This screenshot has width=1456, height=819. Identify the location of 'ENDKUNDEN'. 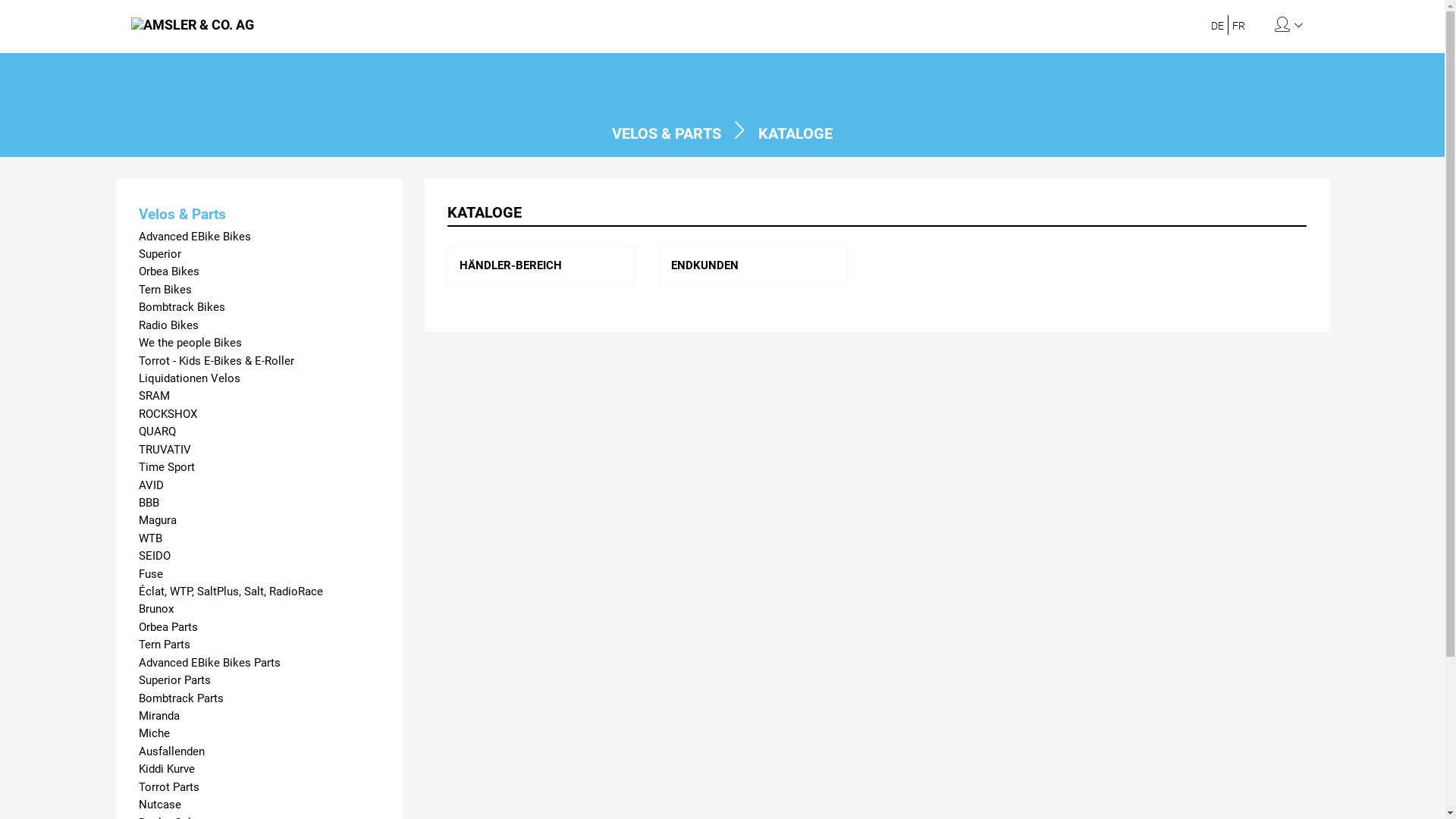
(704, 265).